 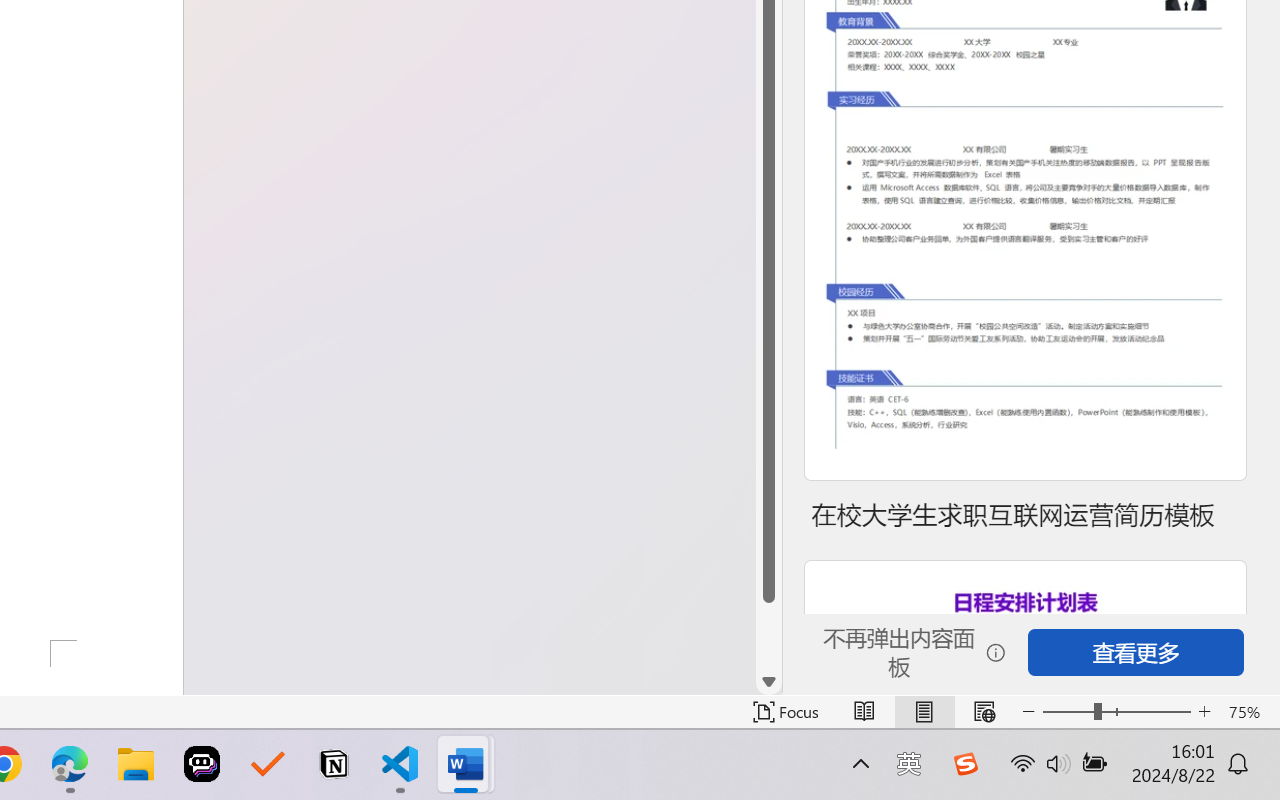 I want to click on 'Line down', so click(x=768, y=682).